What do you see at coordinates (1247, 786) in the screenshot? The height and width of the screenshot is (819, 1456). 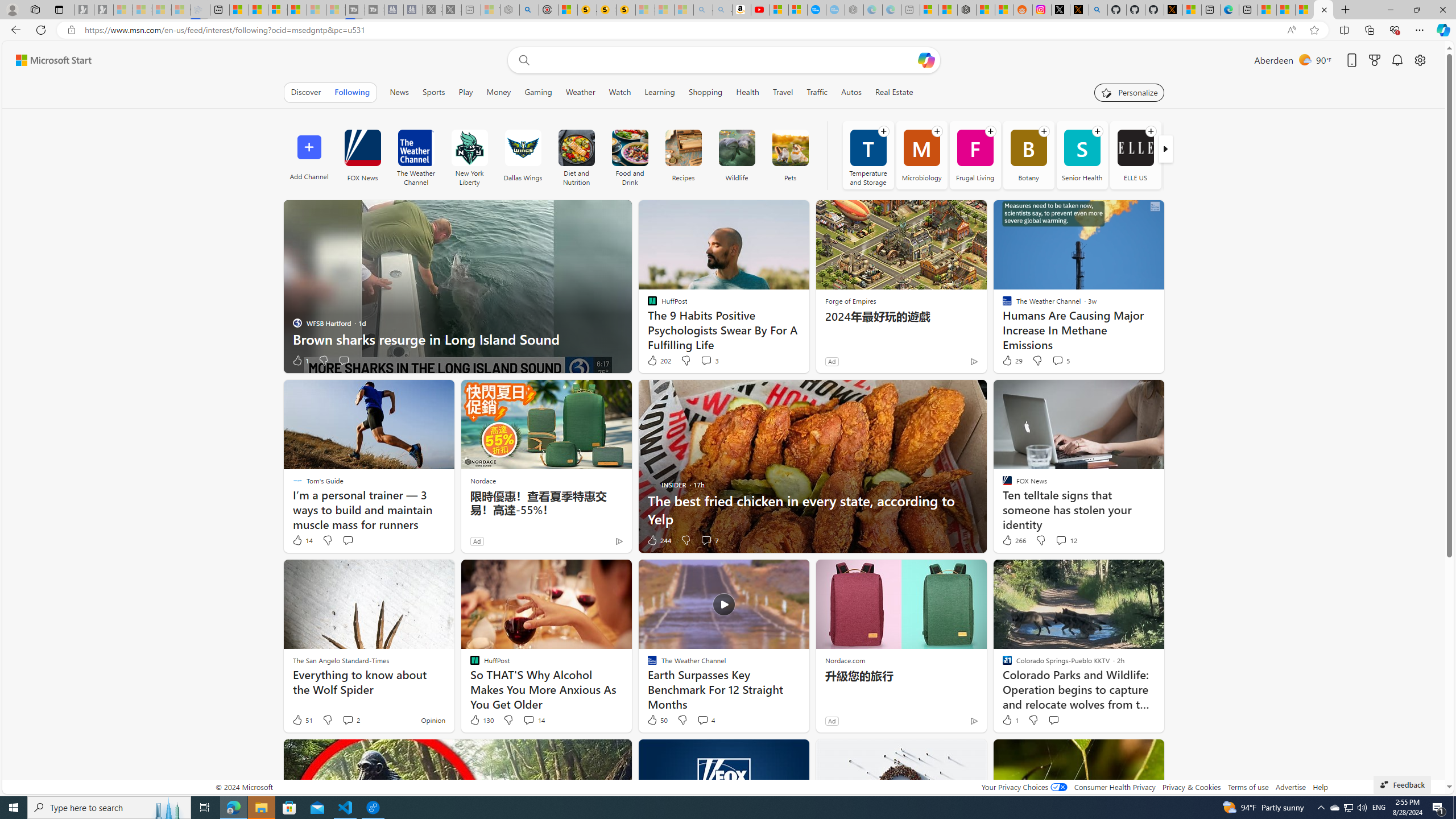 I see `'Terms of use'` at bounding box center [1247, 786].